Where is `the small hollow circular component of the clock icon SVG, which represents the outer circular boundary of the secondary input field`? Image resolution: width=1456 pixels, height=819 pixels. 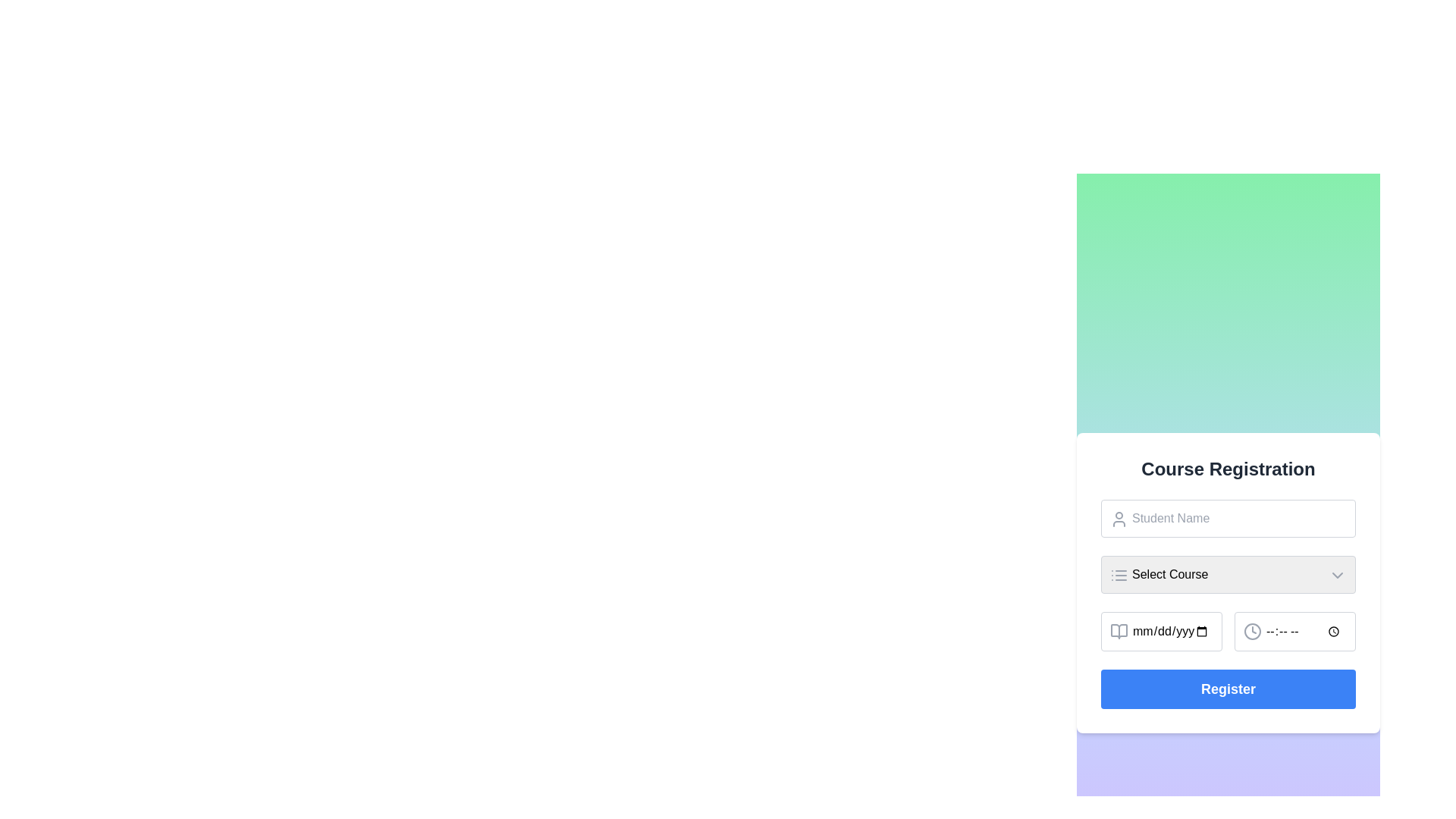
the small hollow circular component of the clock icon SVG, which represents the outer circular boundary of the secondary input field is located at coordinates (1252, 632).